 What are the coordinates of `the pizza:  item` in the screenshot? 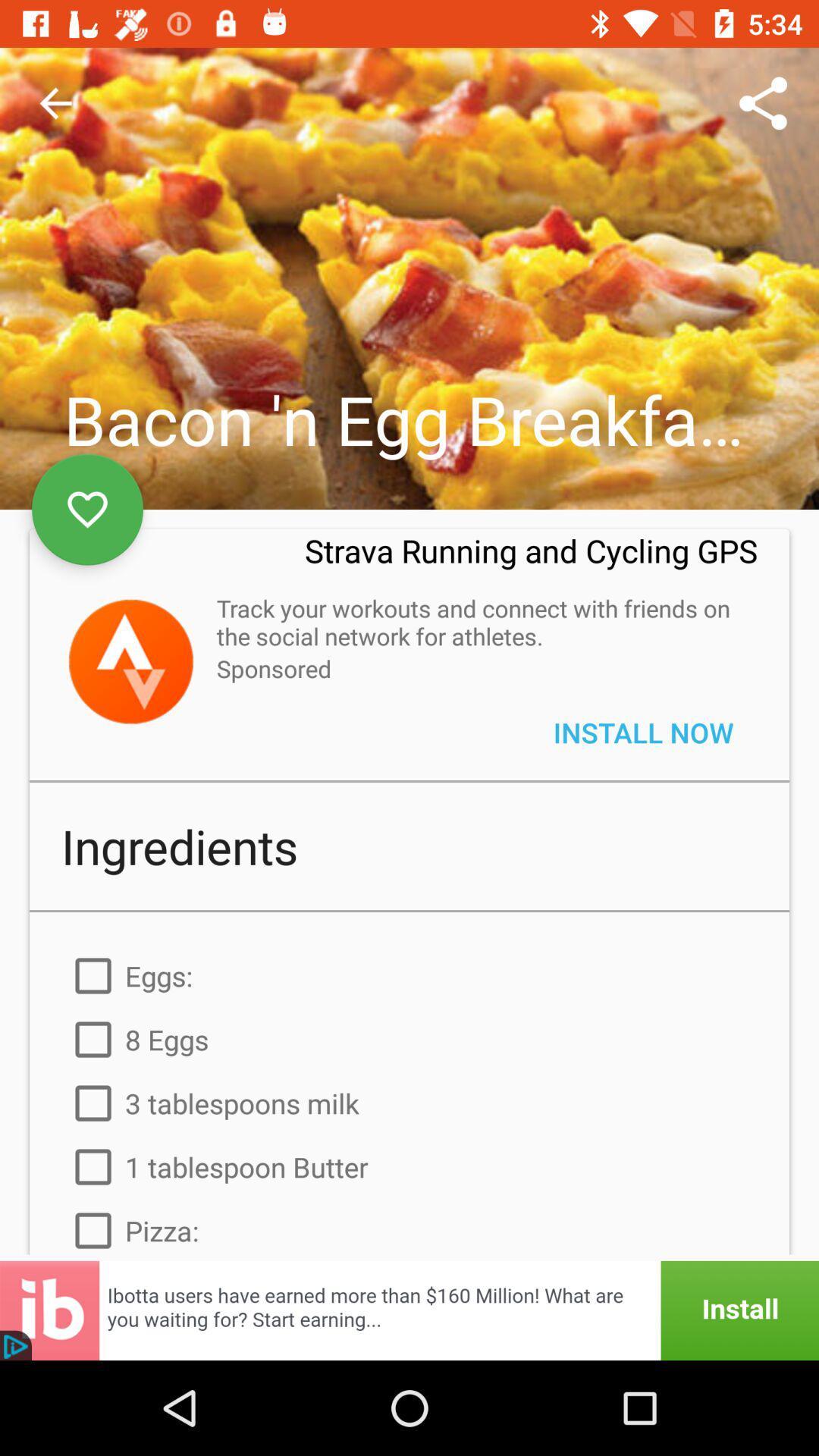 It's located at (409, 1226).